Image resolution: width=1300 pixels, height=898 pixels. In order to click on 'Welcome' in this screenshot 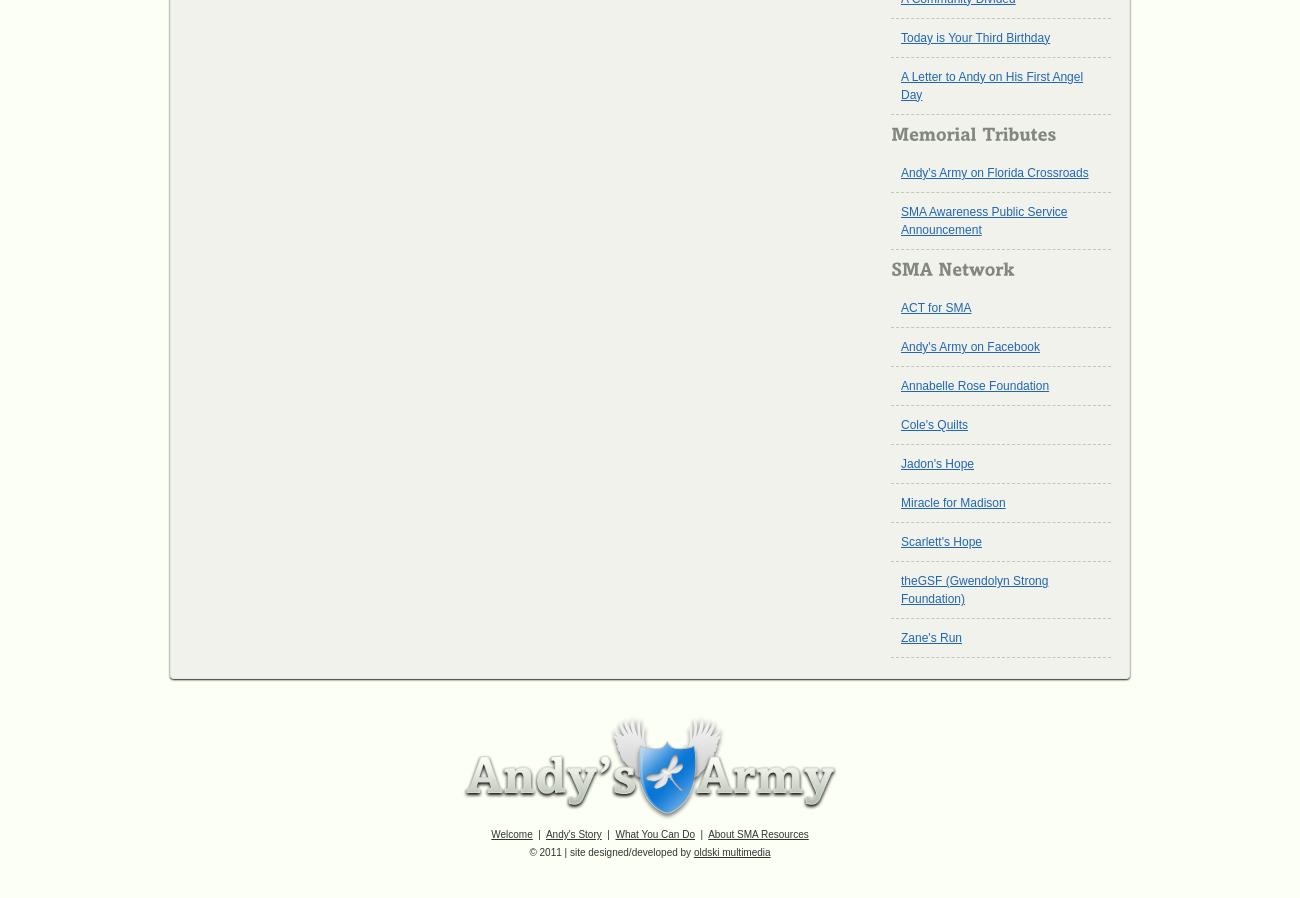, I will do `click(511, 834)`.